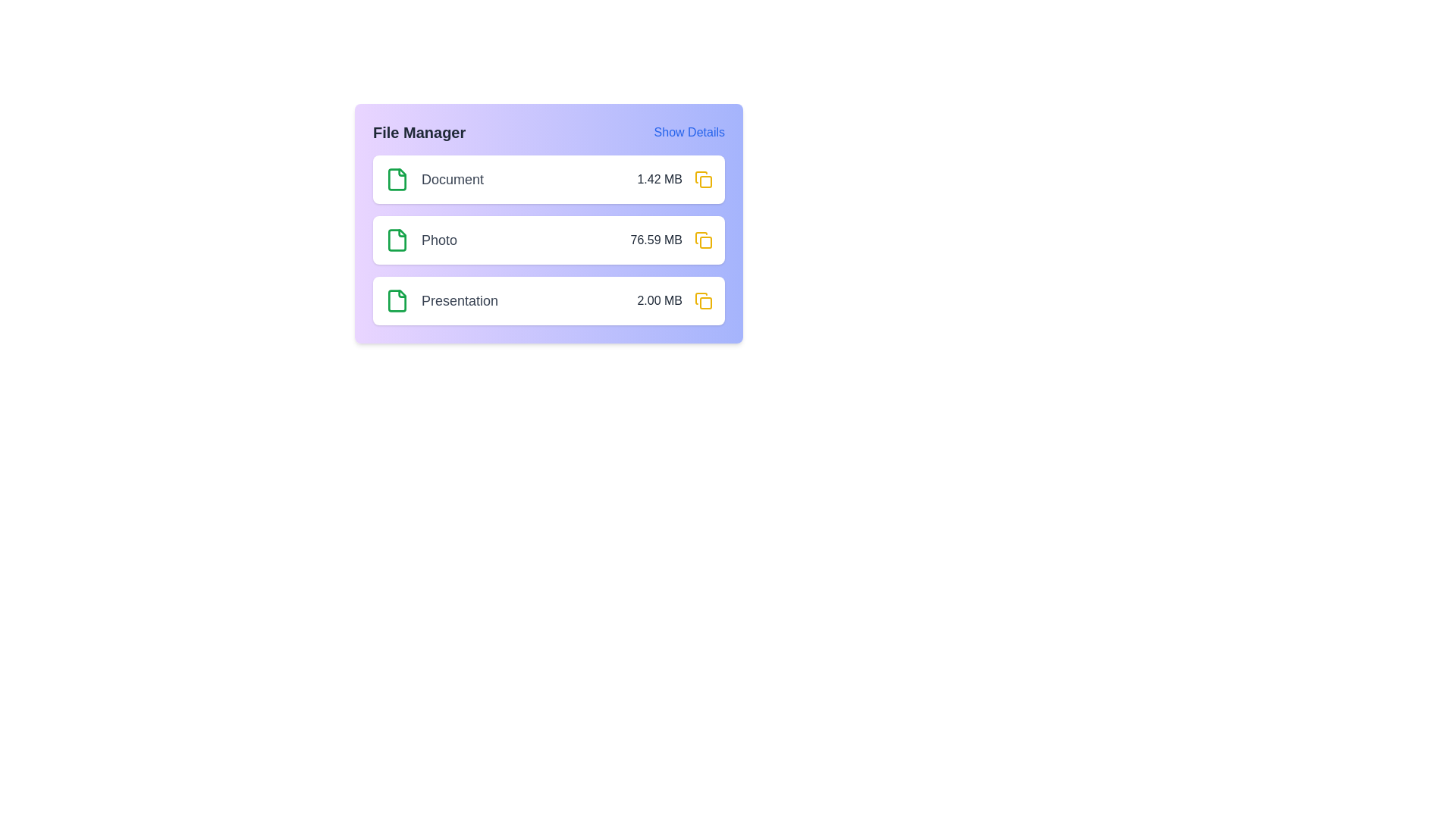  Describe the element at coordinates (702, 239) in the screenshot. I see `the yellow icon button resembling a document copying symbol located next to the 'Photo' text and '76.59 MB' file size in the second row of the File Manager panel to copy information` at that location.